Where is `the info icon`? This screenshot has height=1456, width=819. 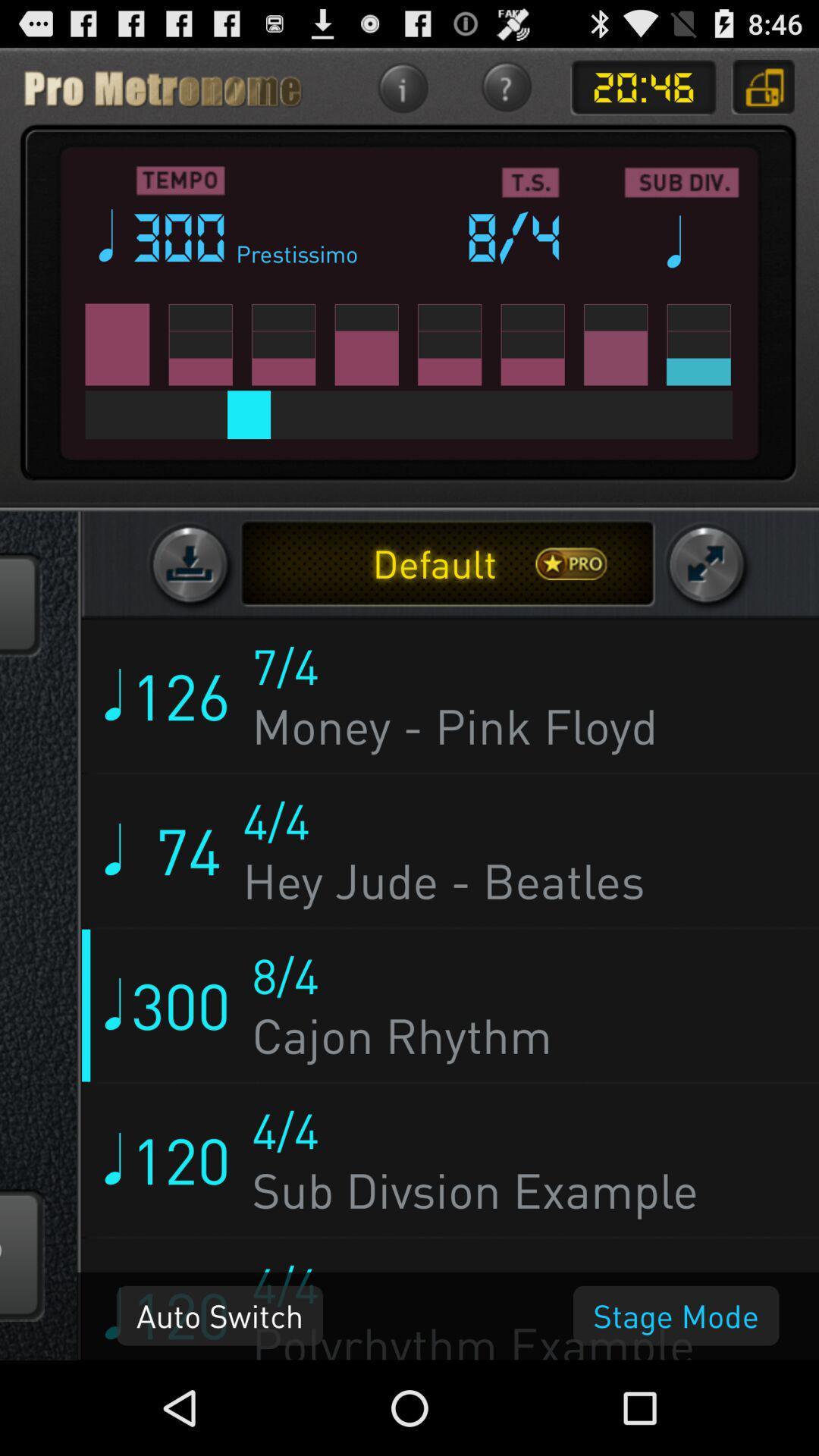
the info icon is located at coordinates (401, 93).